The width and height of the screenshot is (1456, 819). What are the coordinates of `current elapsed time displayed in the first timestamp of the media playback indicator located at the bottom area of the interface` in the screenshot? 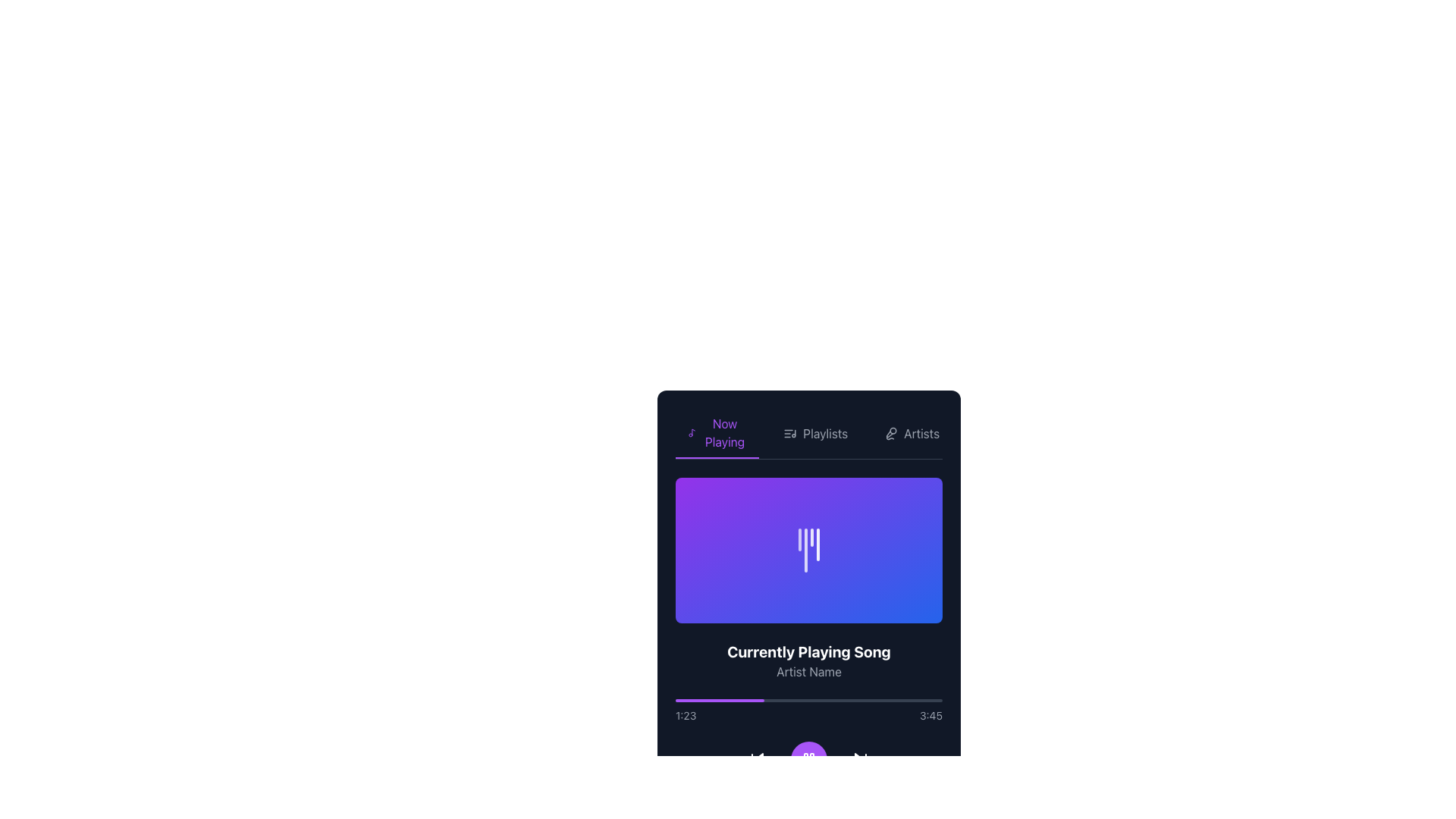 It's located at (685, 716).